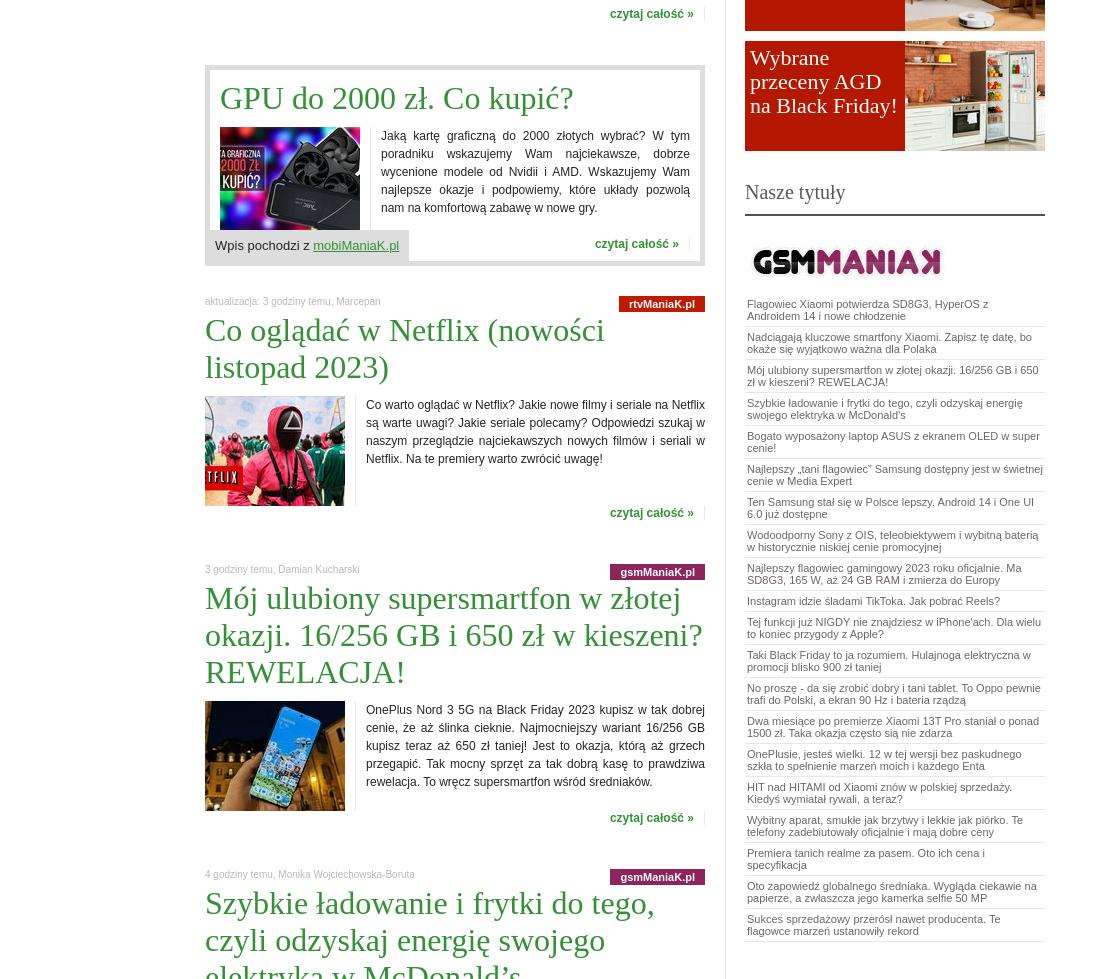  What do you see at coordinates (746, 857) in the screenshot?
I see `'Premiera tanich realme za pasem. Oto ich cena i specyfikacja'` at bounding box center [746, 857].